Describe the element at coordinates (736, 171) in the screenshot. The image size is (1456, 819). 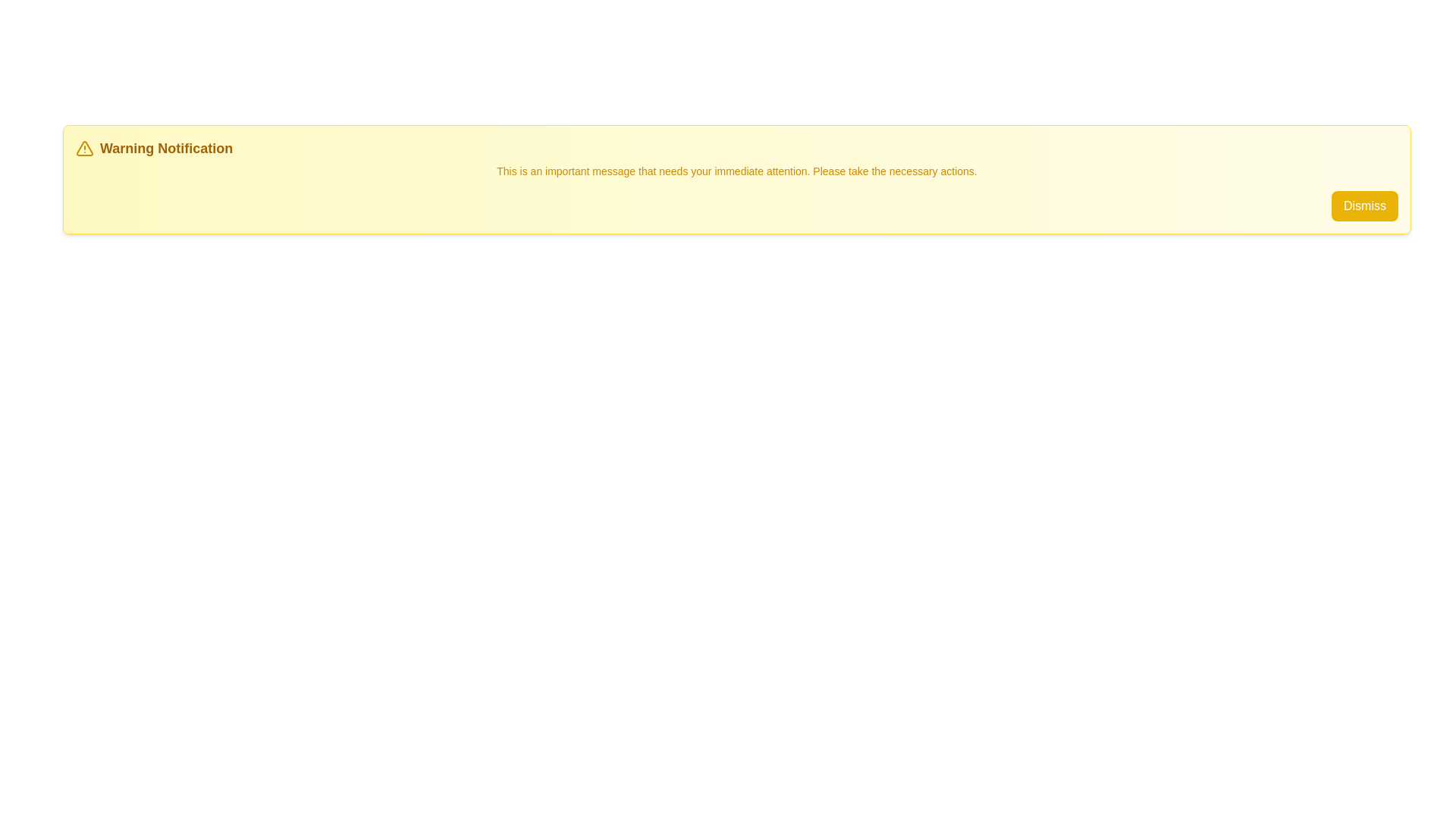
I see `the urgent message text content located in the warning notification panel, positioned beneath the title 'Warning Notification' and above the dismiss button` at that location.